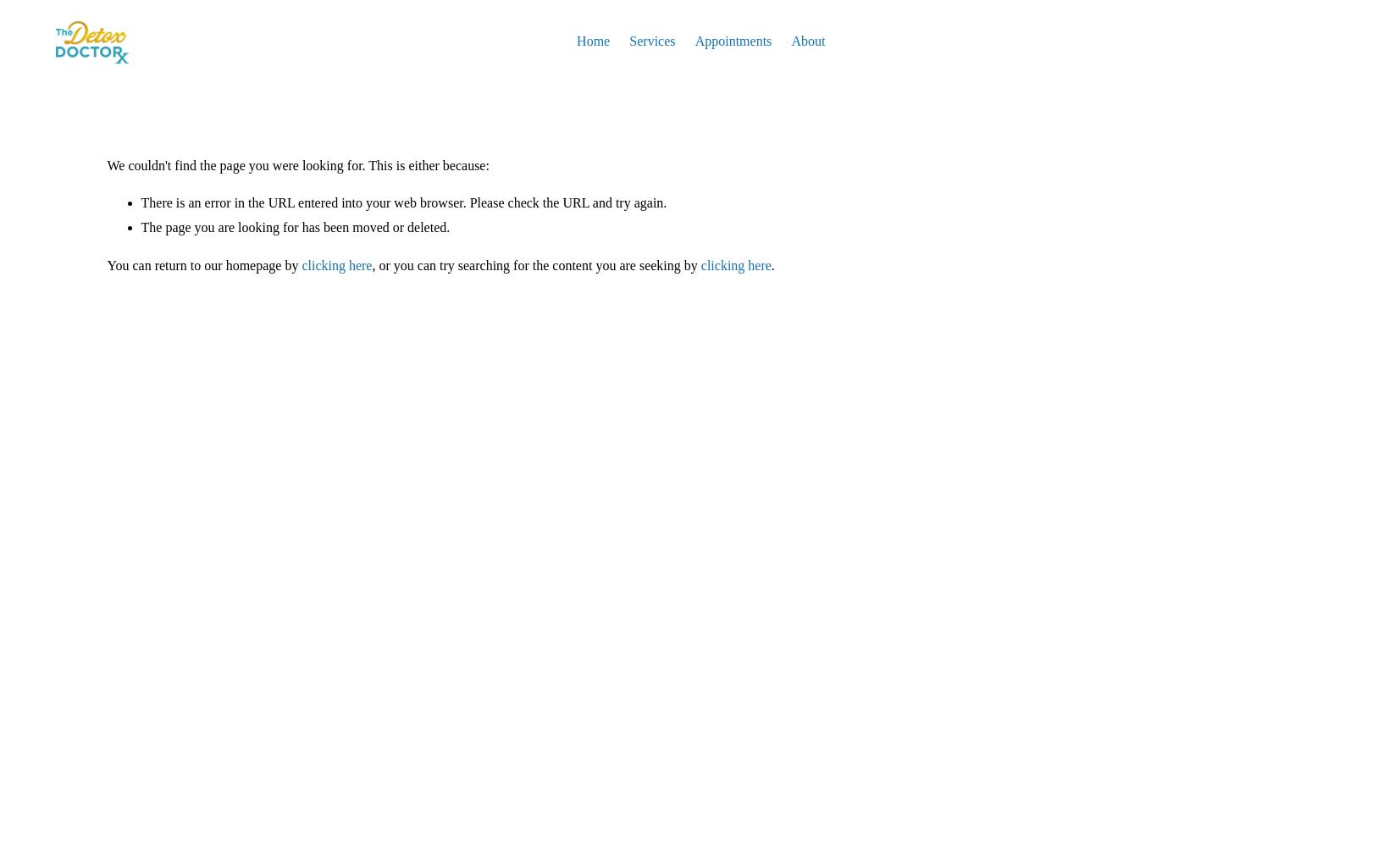 The width and height of the screenshot is (1400, 847). Describe the element at coordinates (733, 41) in the screenshot. I see `'Appointments'` at that location.